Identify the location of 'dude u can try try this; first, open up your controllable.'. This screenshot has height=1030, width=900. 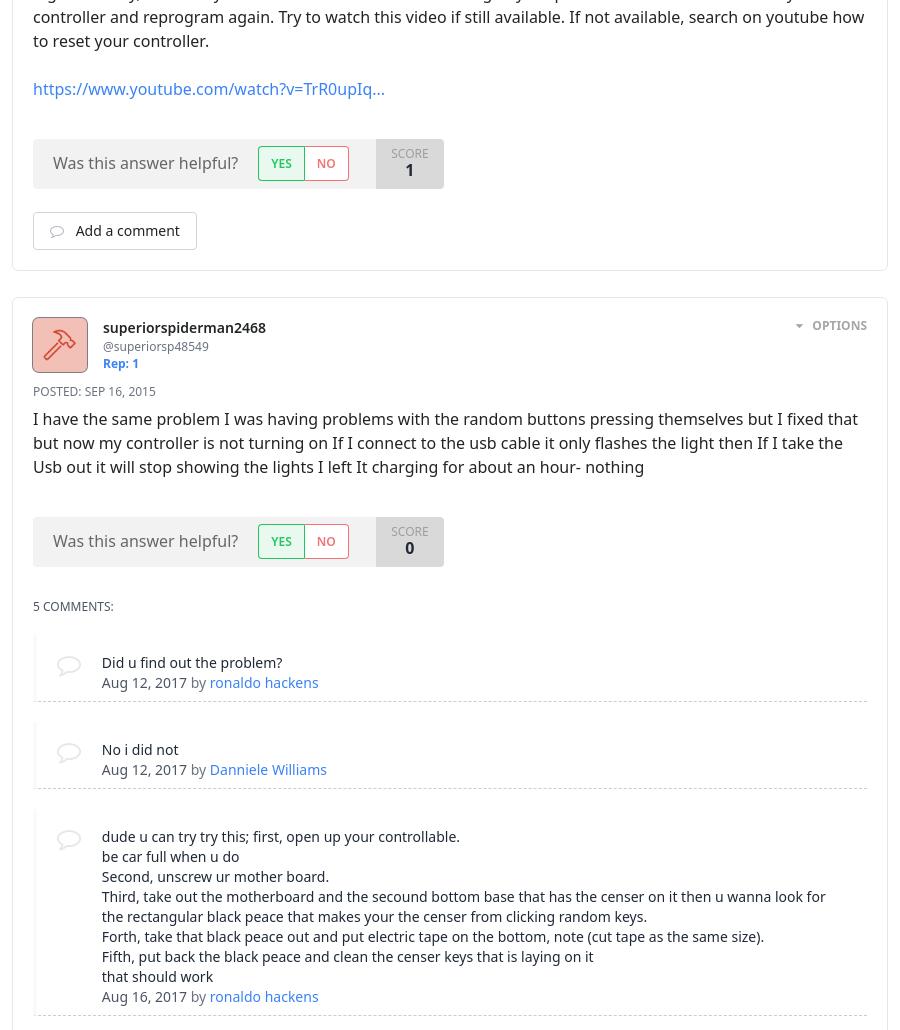
(279, 834).